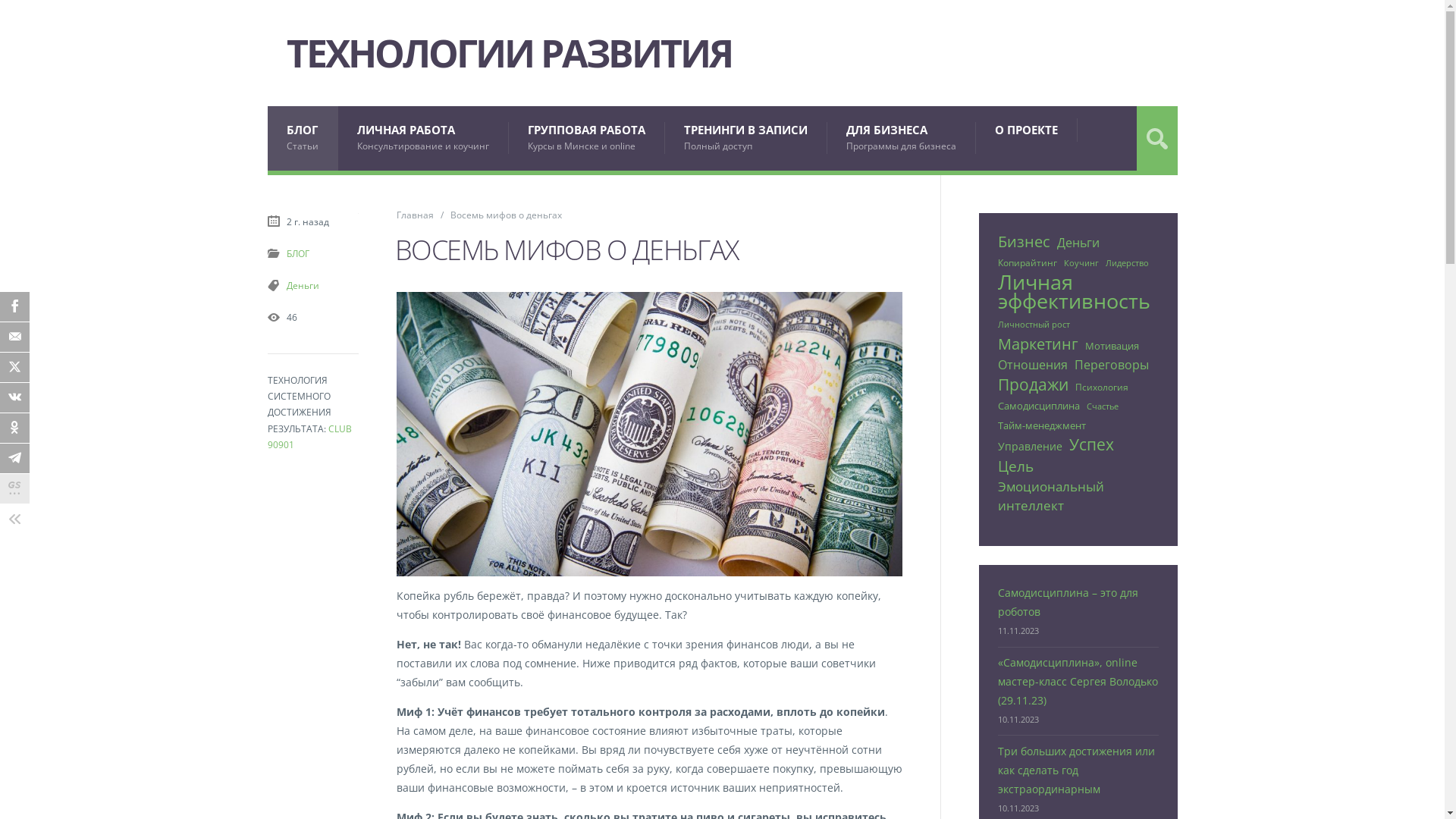 This screenshot has width=1456, height=819. I want to click on 'CLUB 90901', so click(266, 436).